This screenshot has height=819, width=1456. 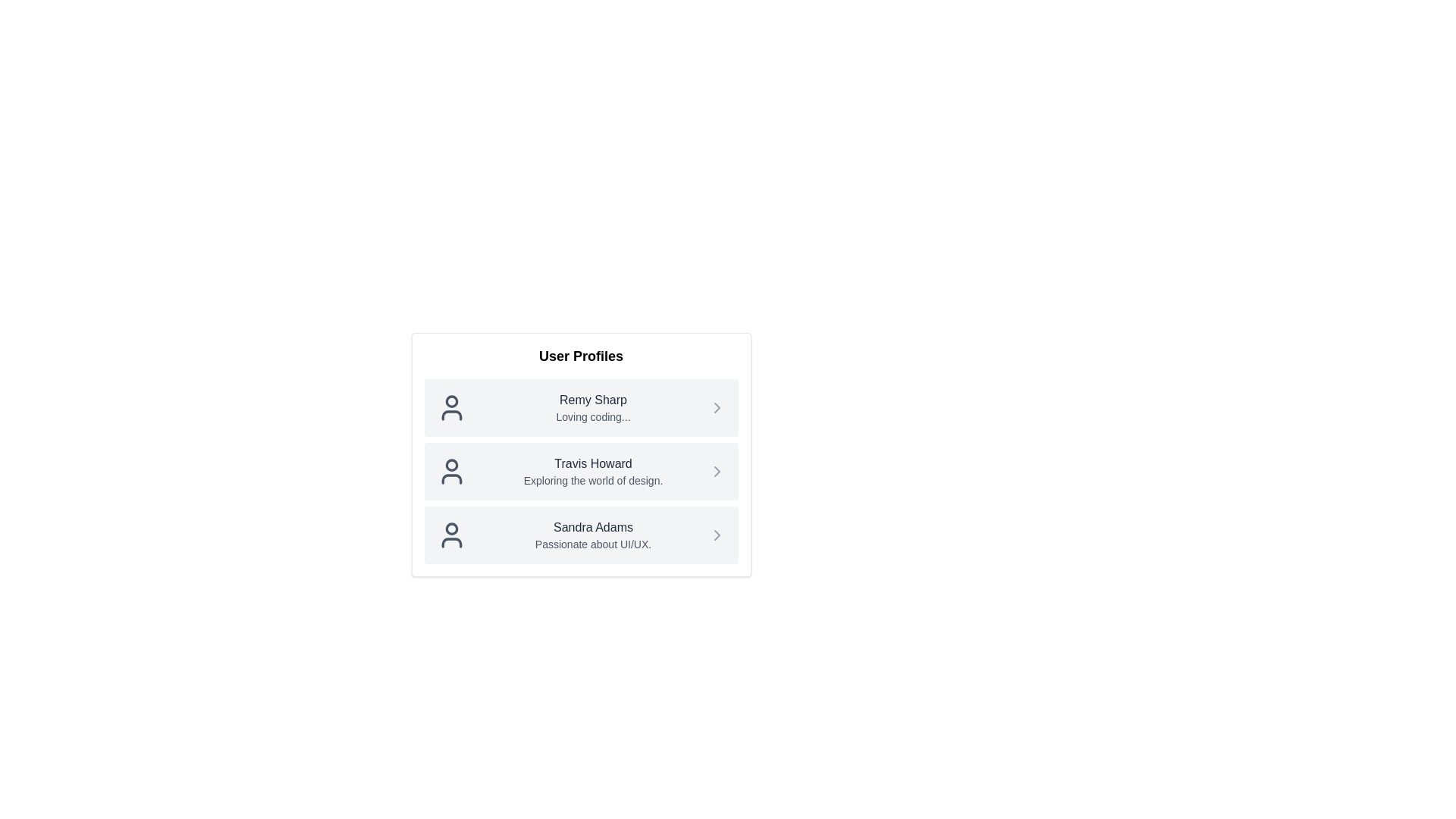 What do you see at coordinates (450, 528) in the screenshot?
I see `the circular part of the user avatar icon representing Sandra Adams, which is located to the left of the profile item in the user profiles list` at bounding box center [450, 528].